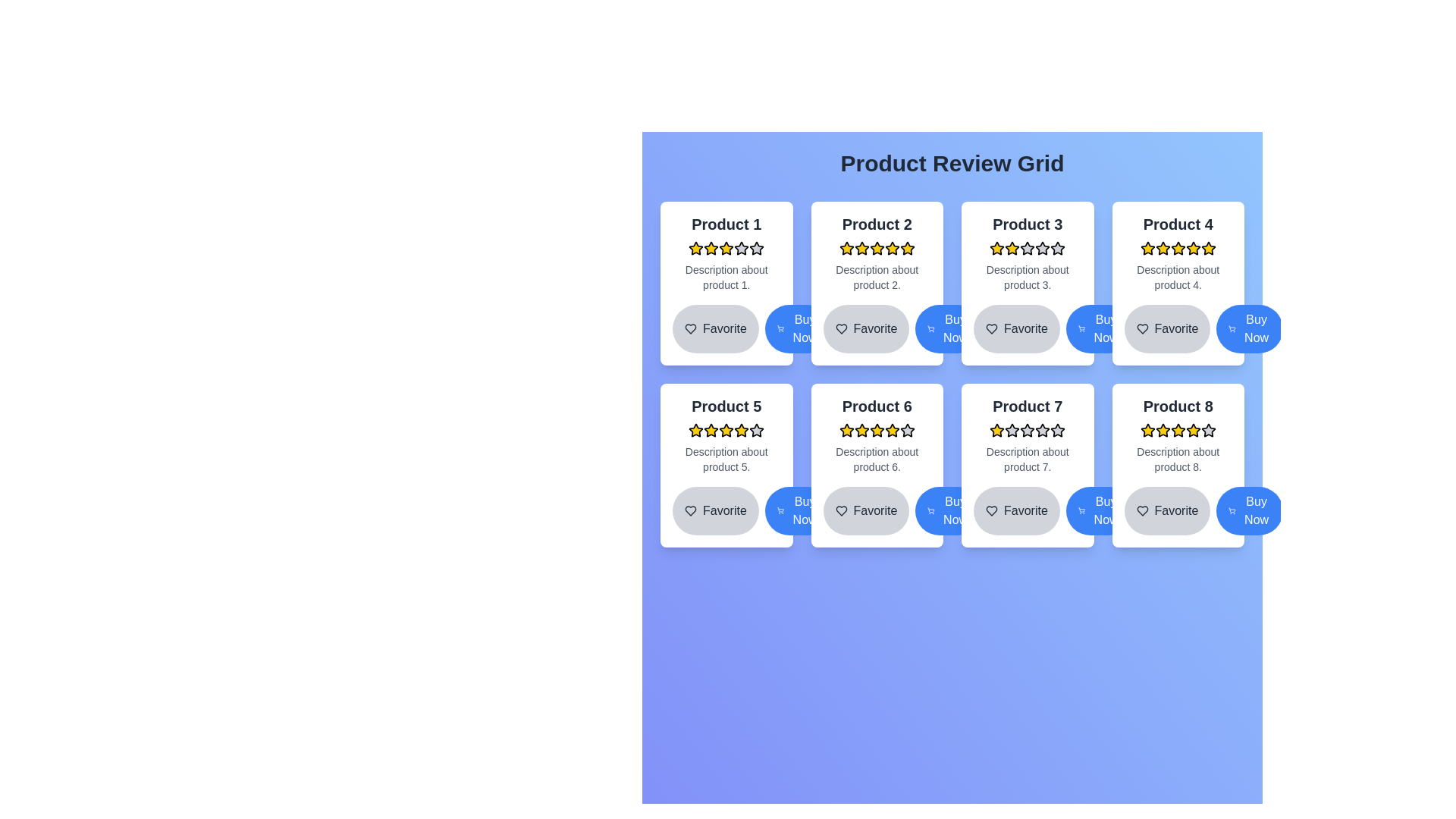  I want to click on the heart icon in the 'Favorite' button located at the bottom center of 'Product 8', so click(1142, 511).